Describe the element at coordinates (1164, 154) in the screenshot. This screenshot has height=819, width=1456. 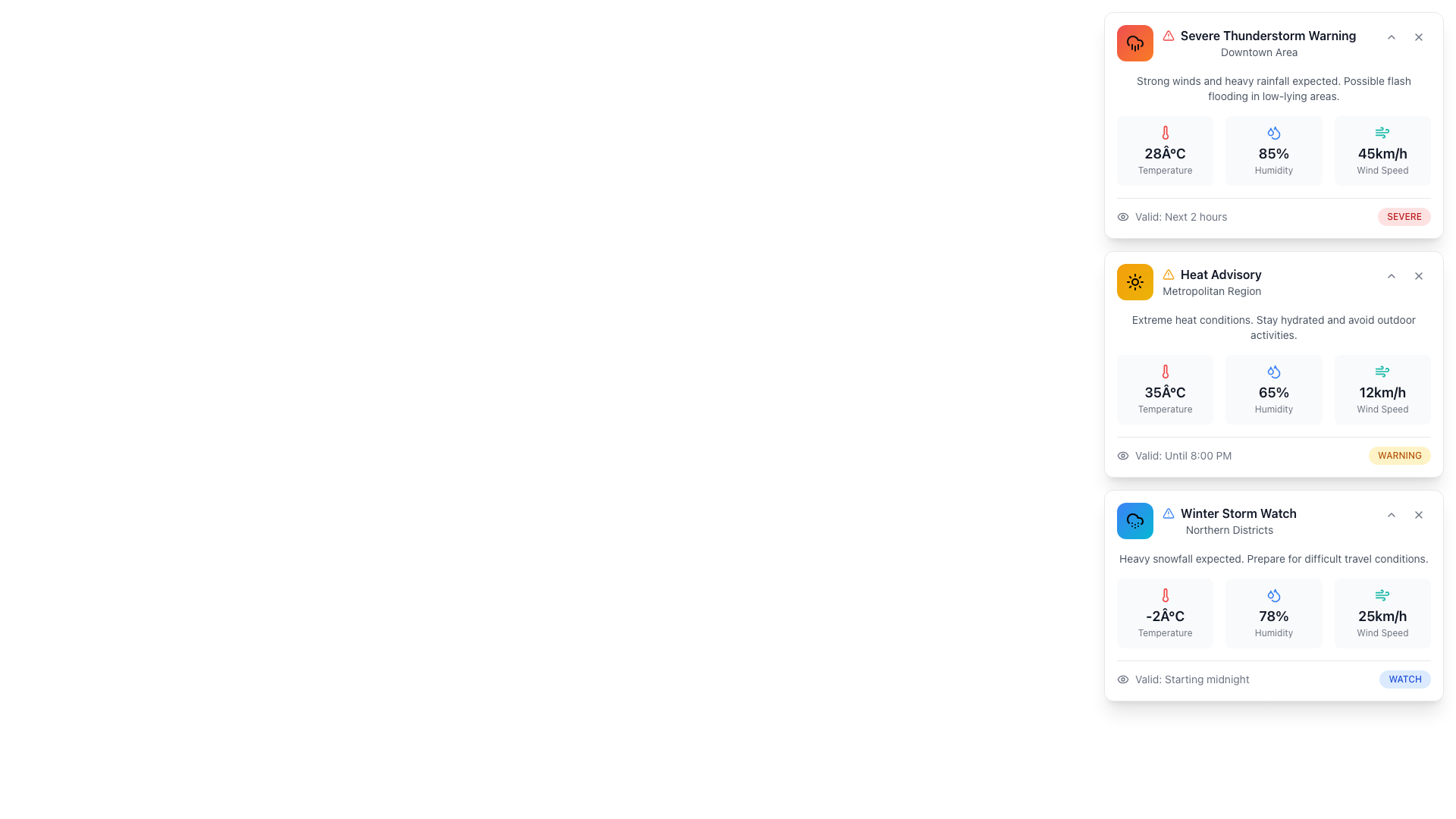
I see `the text display showing '28°C', which is styled in bold dark color and indicates weather information in the weather alert card for 'Severe Thunderstorm Warning'` at that location.